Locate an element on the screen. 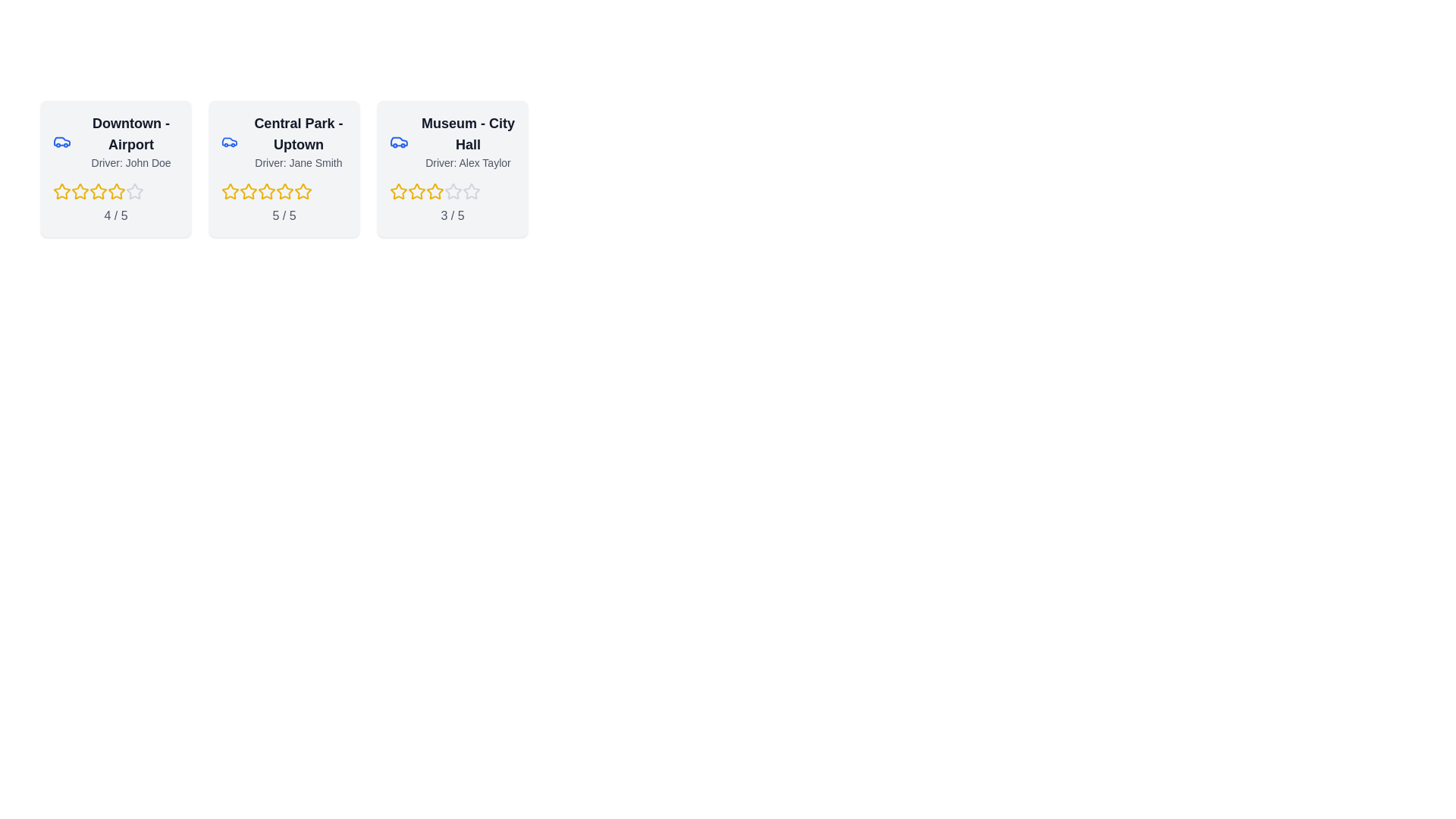 The image size is (1456, 819). the ride card corresponding to the ride with location Central Park - Uptown to view its hover effect is located at coordinates (284, 169).